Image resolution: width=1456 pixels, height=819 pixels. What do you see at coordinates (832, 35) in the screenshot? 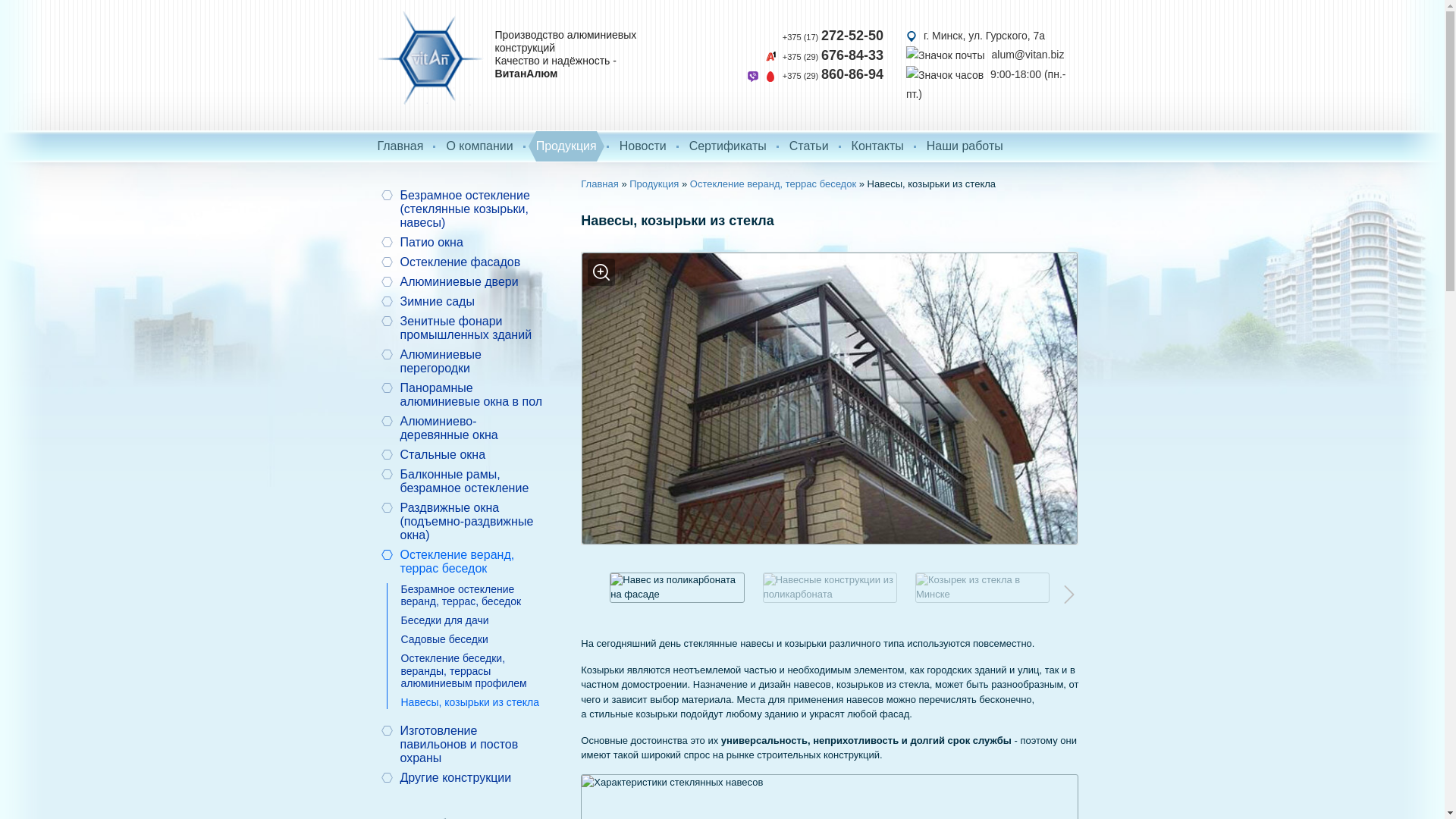
I see `'+375 (17) 272-52-50'` at bounding box center [832, 35].